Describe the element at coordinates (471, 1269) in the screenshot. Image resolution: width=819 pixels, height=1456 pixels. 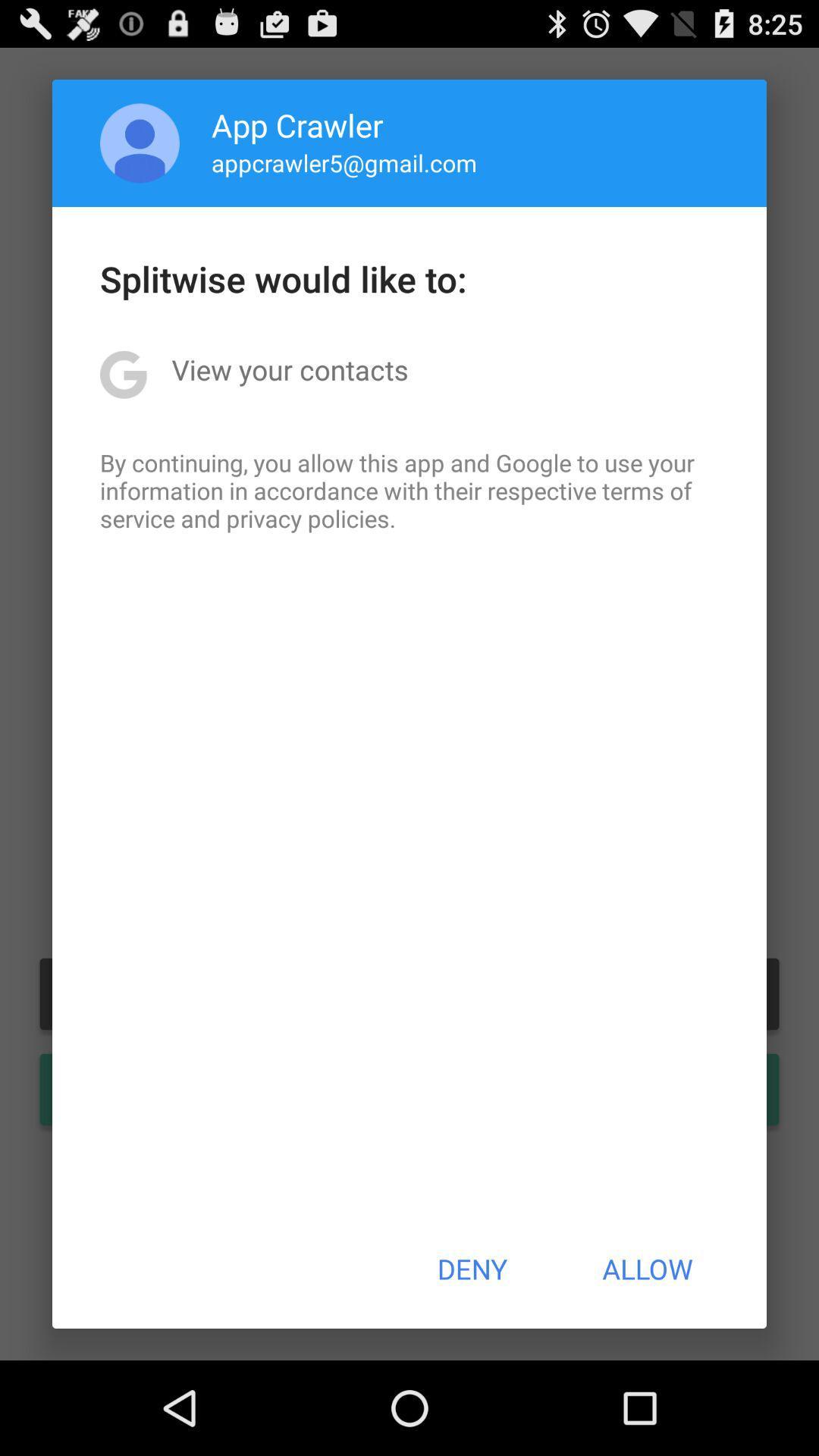
I see `item to the left of the allow` at that location.